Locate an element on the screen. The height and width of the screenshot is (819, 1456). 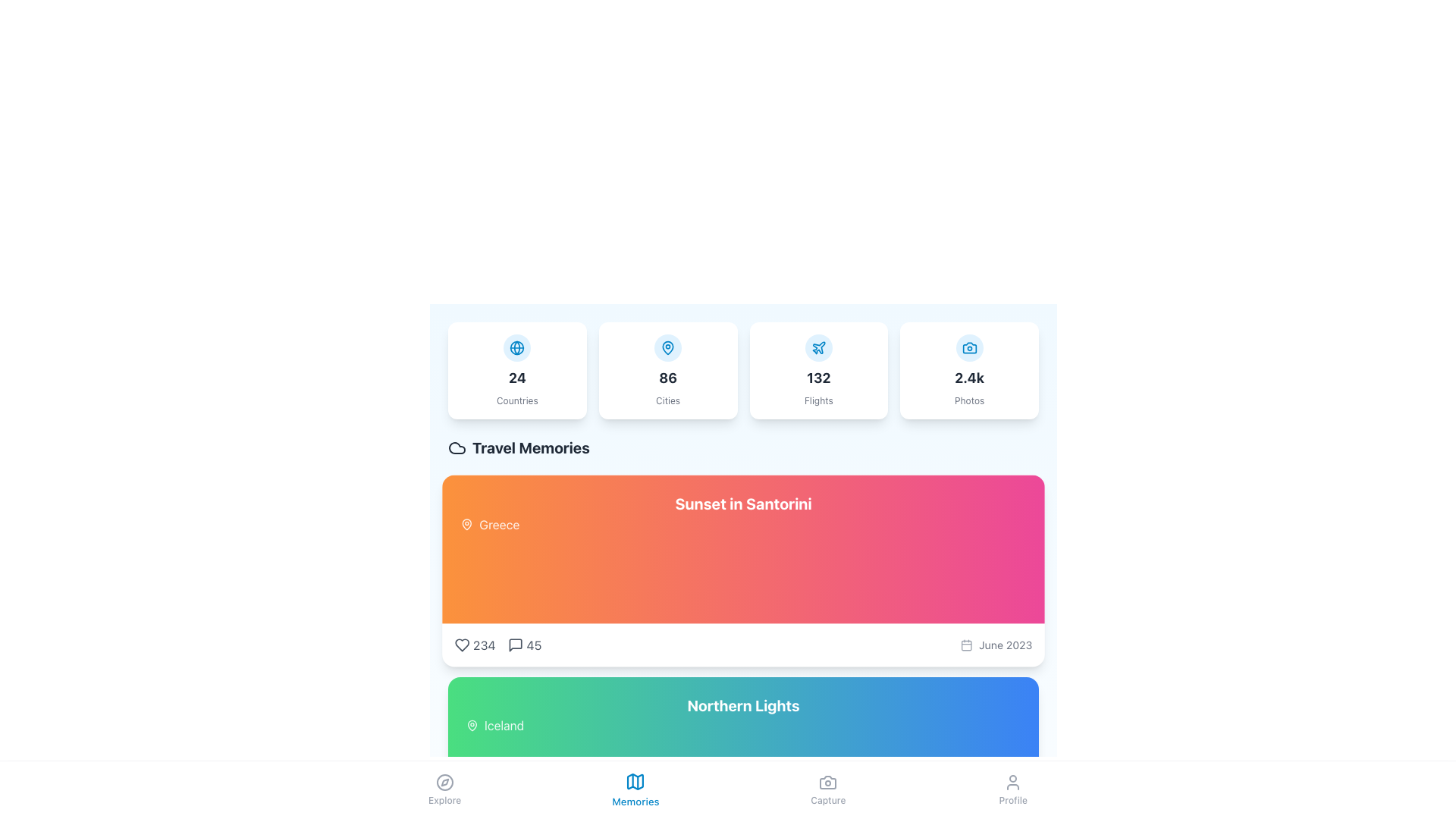
the photo icon located in the fourth tile of the top row, which is the rightmost tile adjacent to the airplane icon is located at coordinates (968, 348).